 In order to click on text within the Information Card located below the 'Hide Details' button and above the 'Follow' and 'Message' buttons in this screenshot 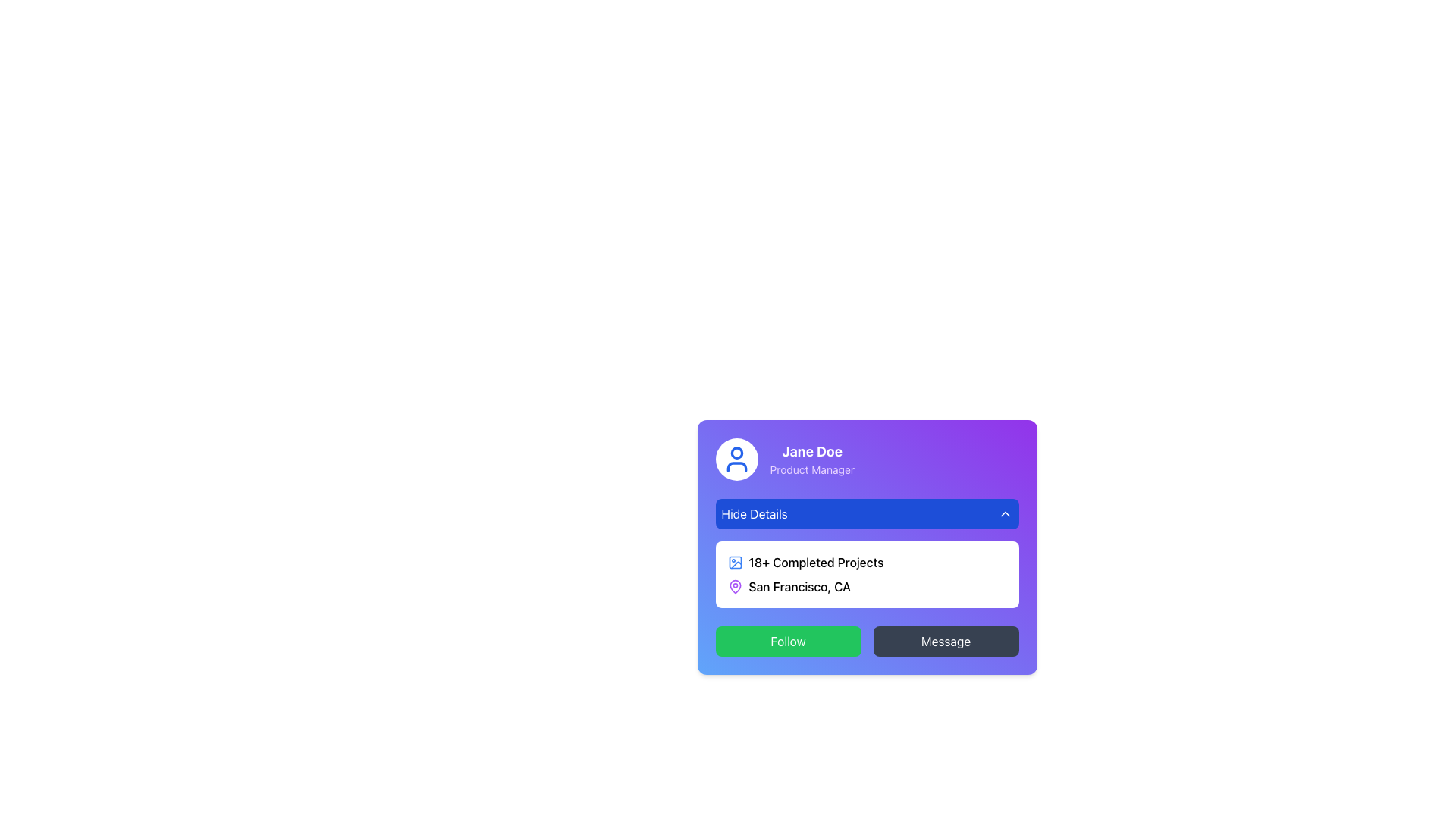, I will do `click(867, 547)`.